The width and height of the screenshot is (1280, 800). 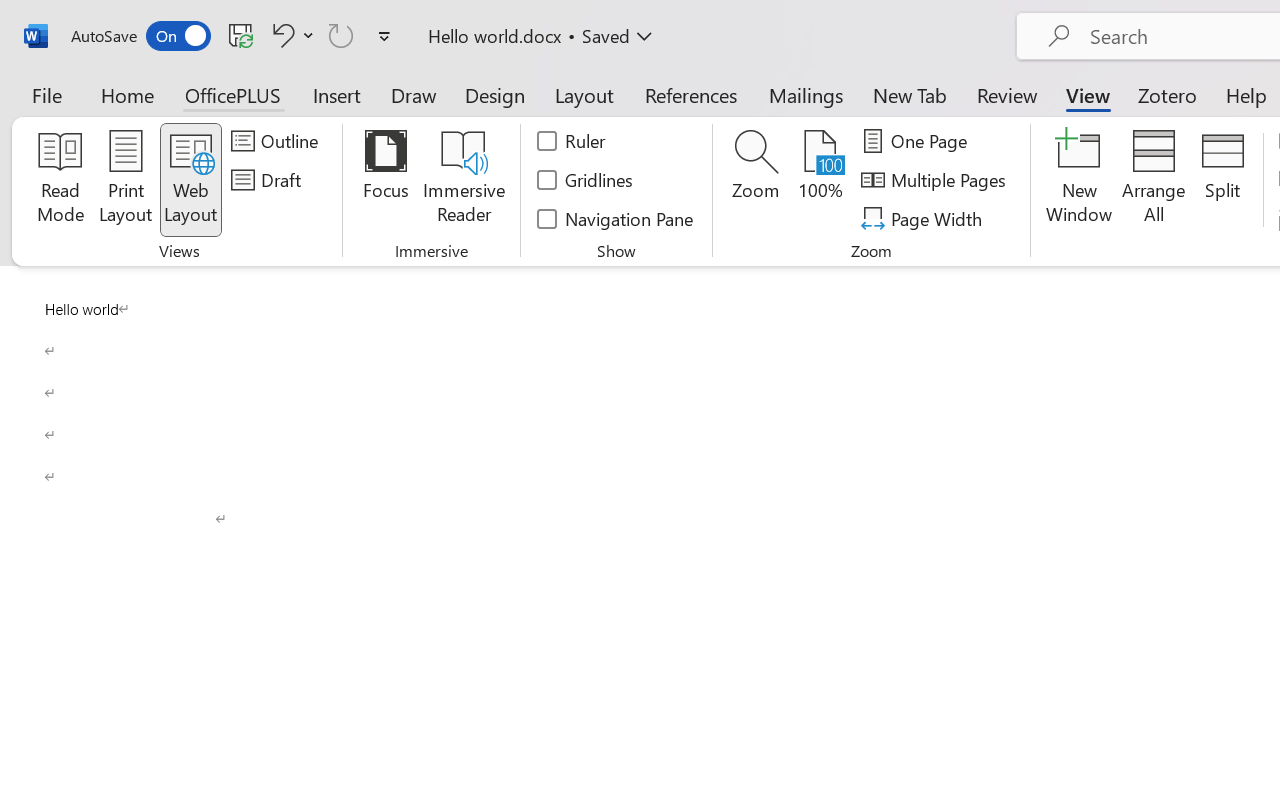 What do you see at coordinates (413, 94) in the screenshot?
I see `'Draw'` at bounding box center [413, 94].